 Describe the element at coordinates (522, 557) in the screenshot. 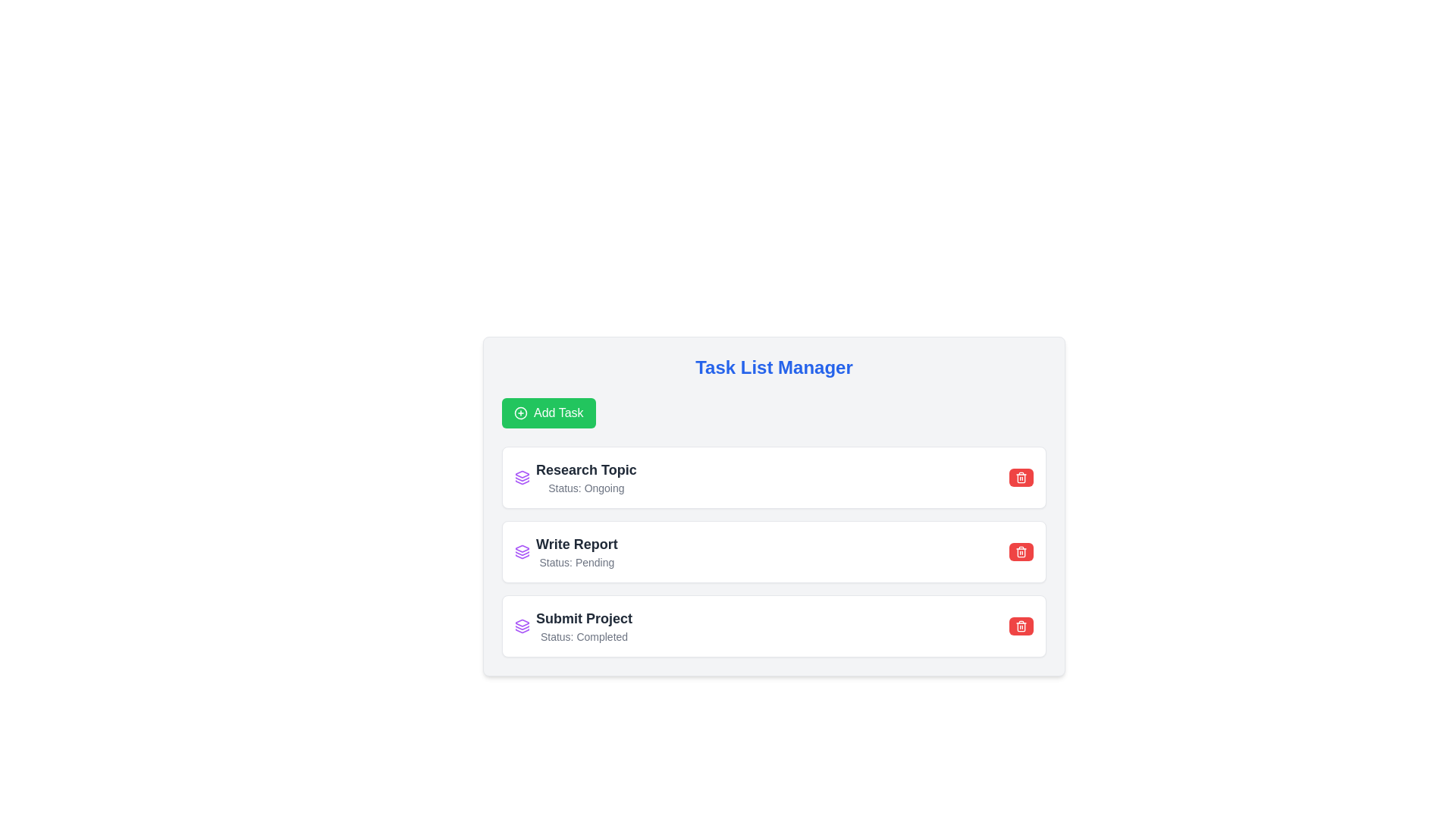

I see `the triangular-shaped icon with a purple outline, which is the third subcomponent in the layered SVG icon, located towards the bottom of the stack and to the left of the text 'Research Topic'` at that location.